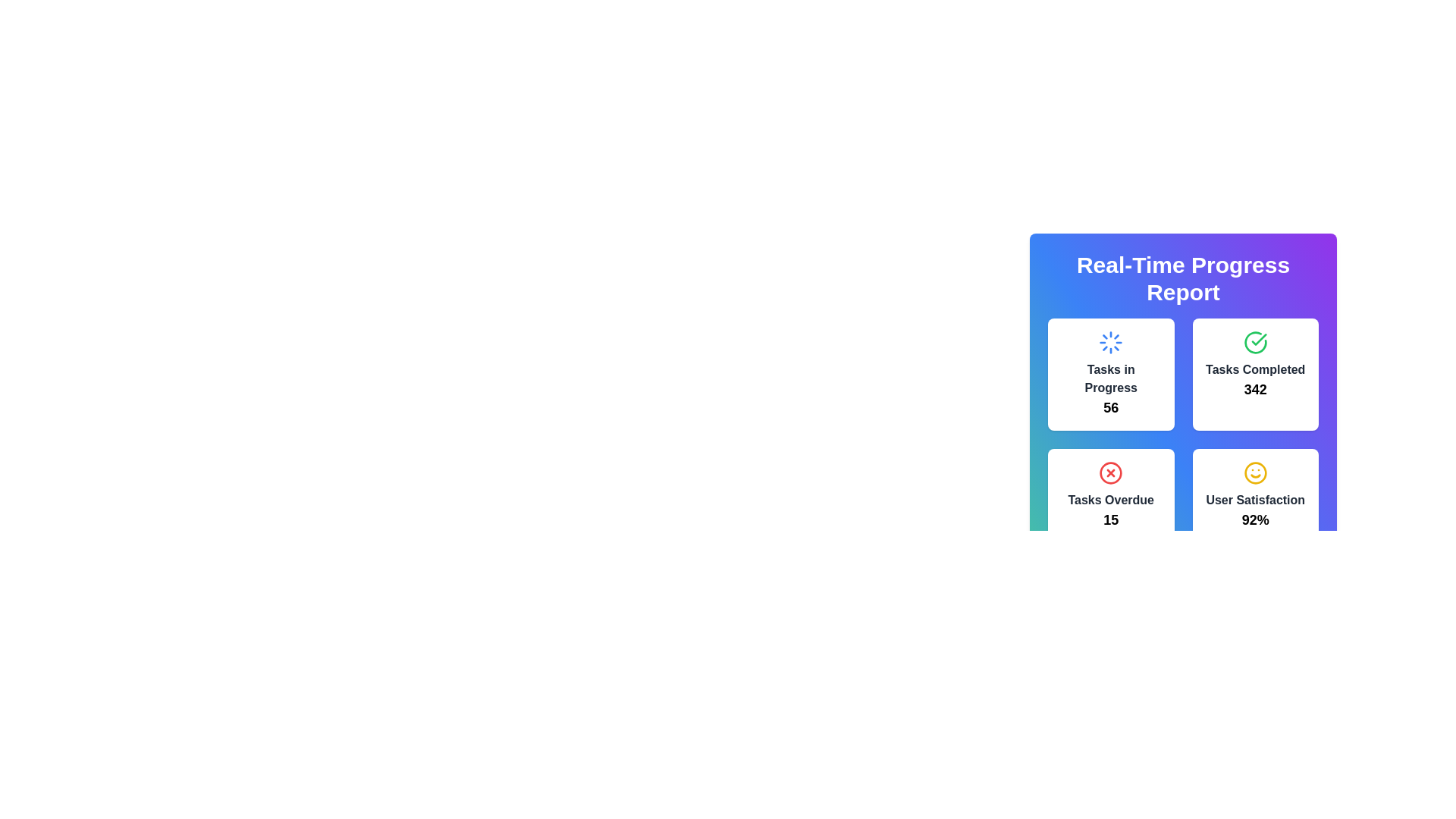  What do you see at coordinates (1111, 378) in the screenshot?
I see `the text label that displays 'Tasks in Progress', which is prominently styled in a bold font and located at the center of the upper-left card in a grid of four cards` at bounding box center [1111, 378].